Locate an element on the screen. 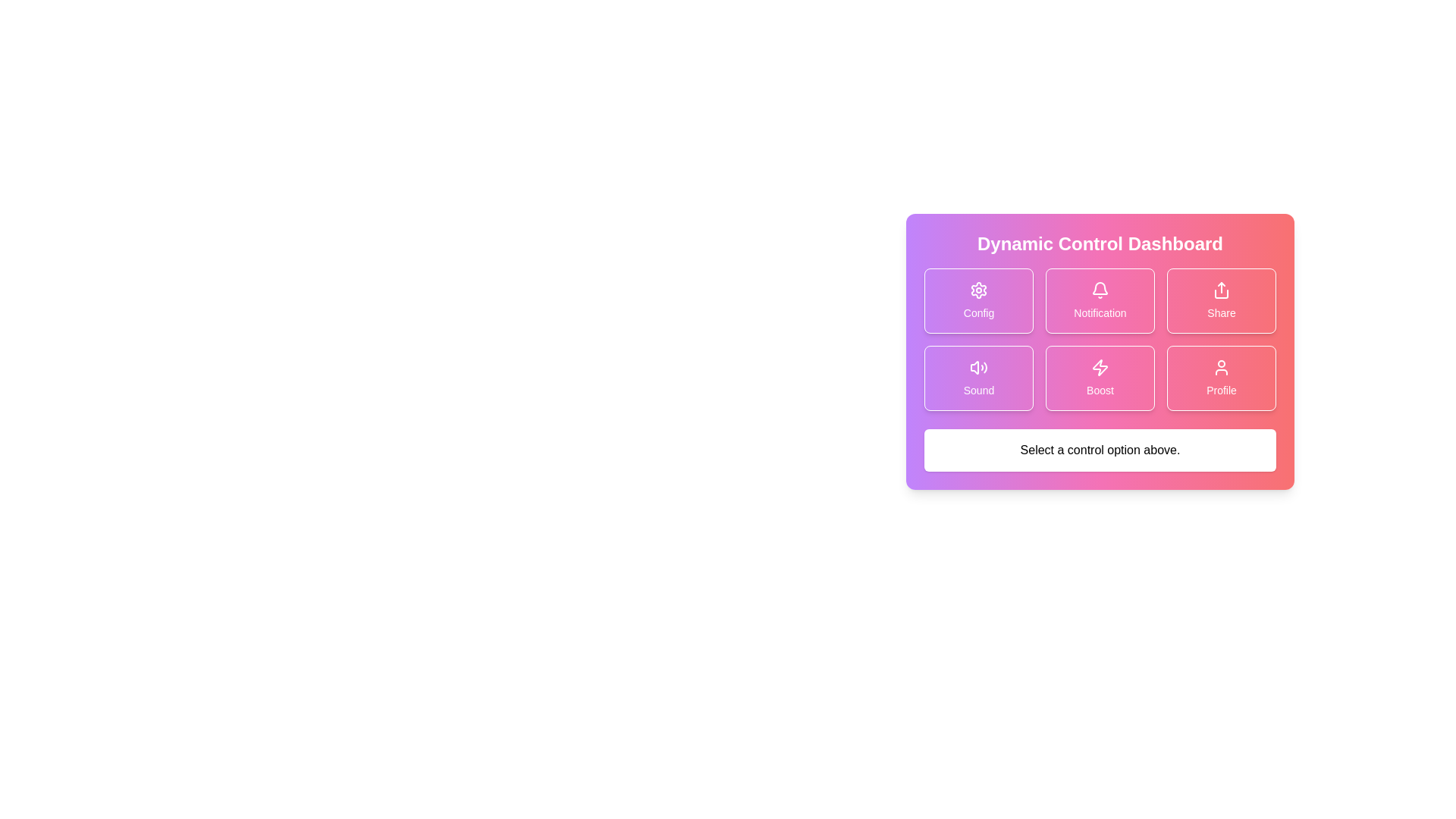  the lightning bolt icon, which is white and set against a pink button background, located in the 'Boost' module of the control dashboard grid layout is located at coordinates (1100, 368).